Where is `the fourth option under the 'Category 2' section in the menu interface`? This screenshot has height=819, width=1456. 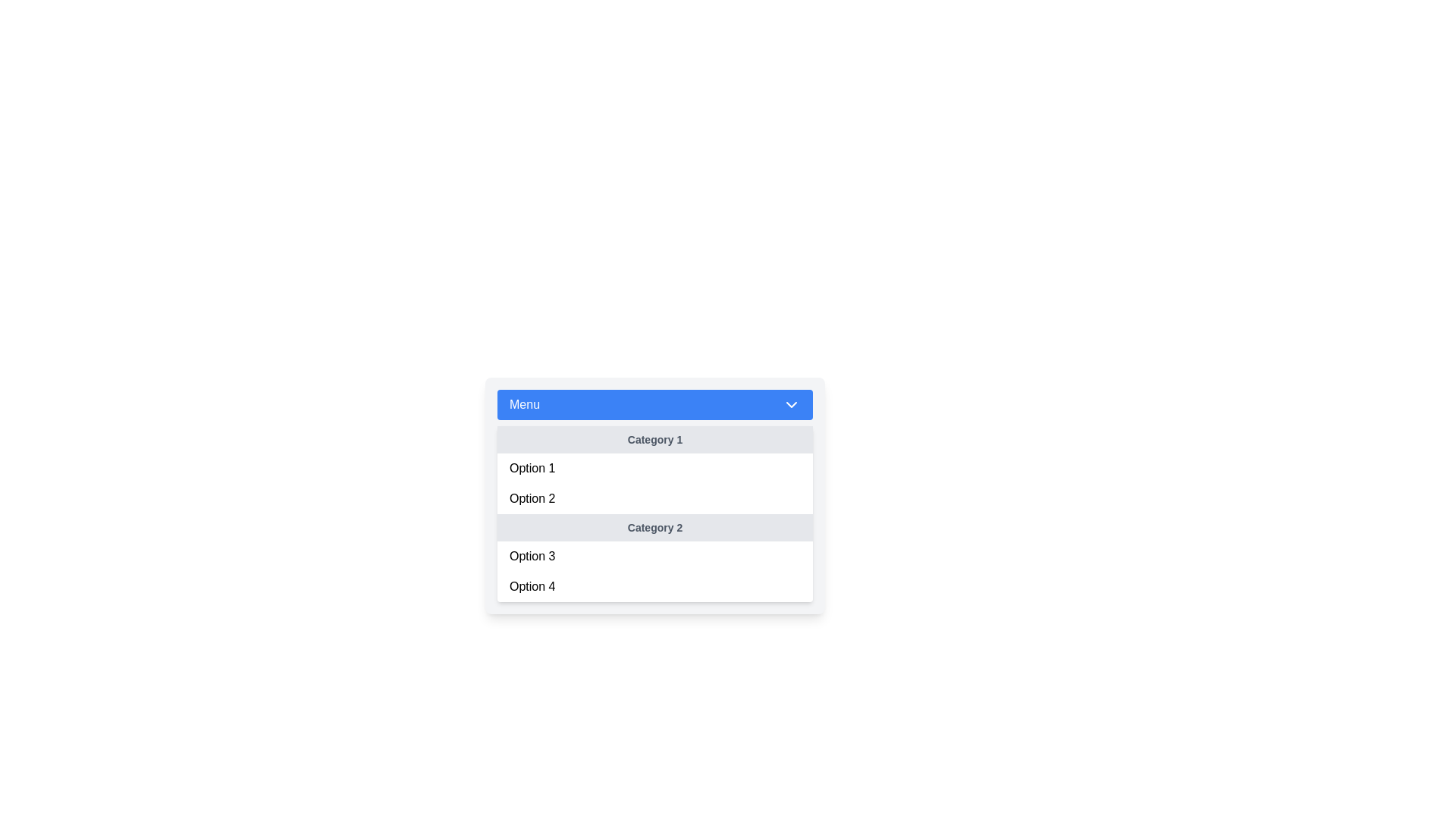
the fourth option under the 'Category 2' section in the menu interface is located at coordinates (655, 586).